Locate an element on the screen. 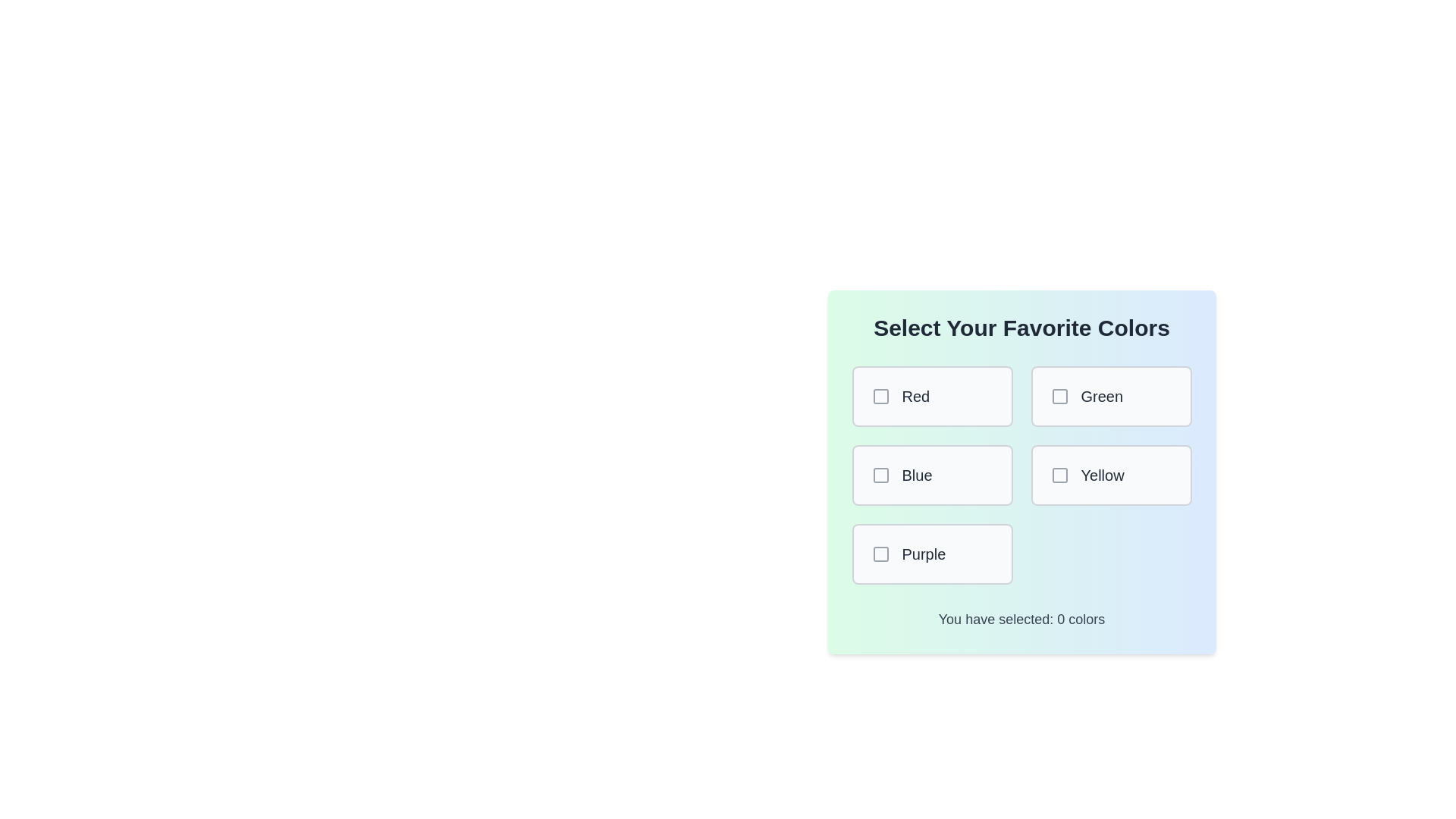 The height and width of the screenshot is (819, 1456). the color Green by clicking its corresponding box is located at coordinates (1111, 396).